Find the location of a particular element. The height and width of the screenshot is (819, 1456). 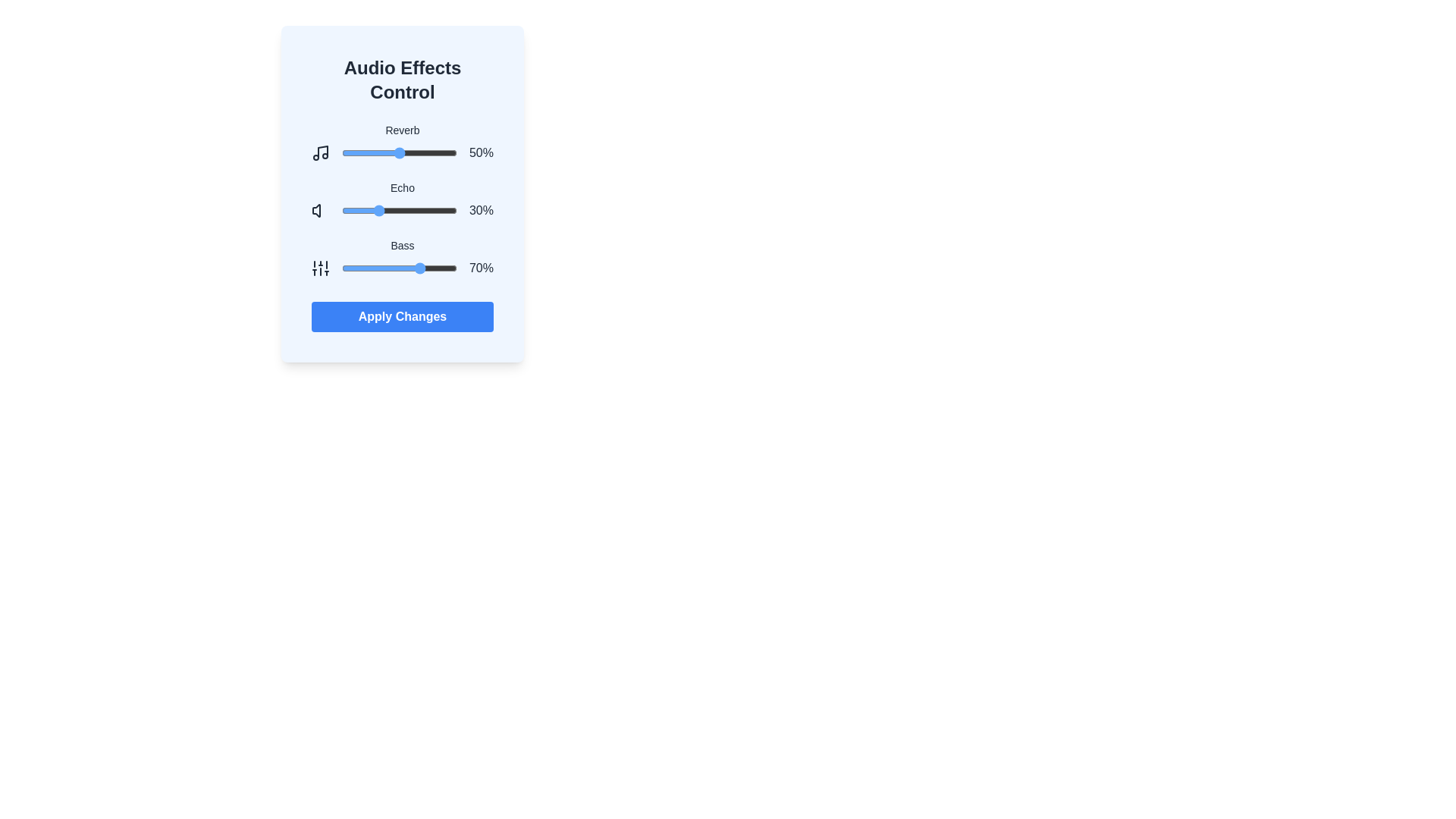

bass is located at coordinates (357, 268).